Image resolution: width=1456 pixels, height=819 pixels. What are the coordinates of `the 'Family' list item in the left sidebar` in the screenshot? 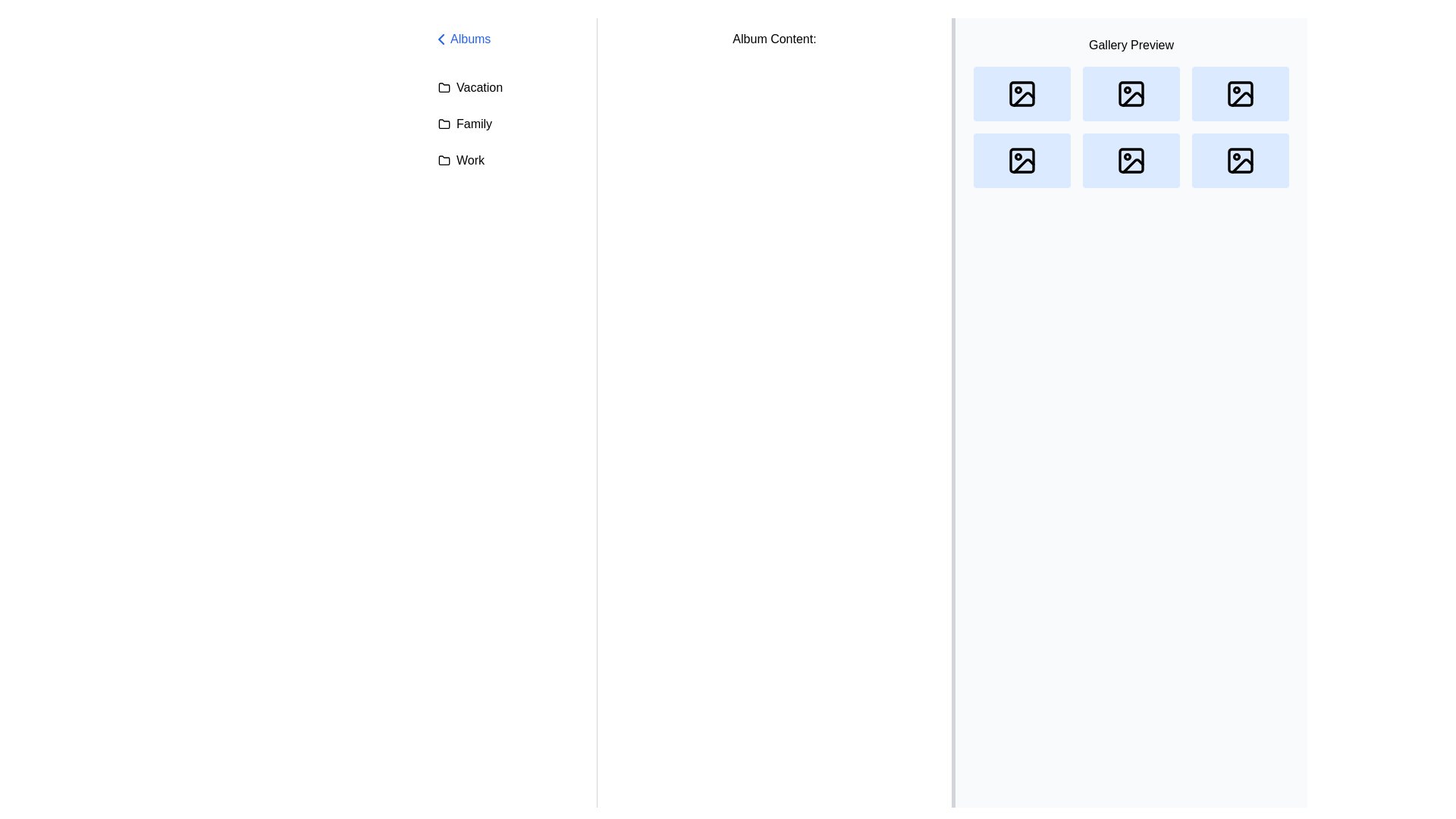 It's located at (508, 124).